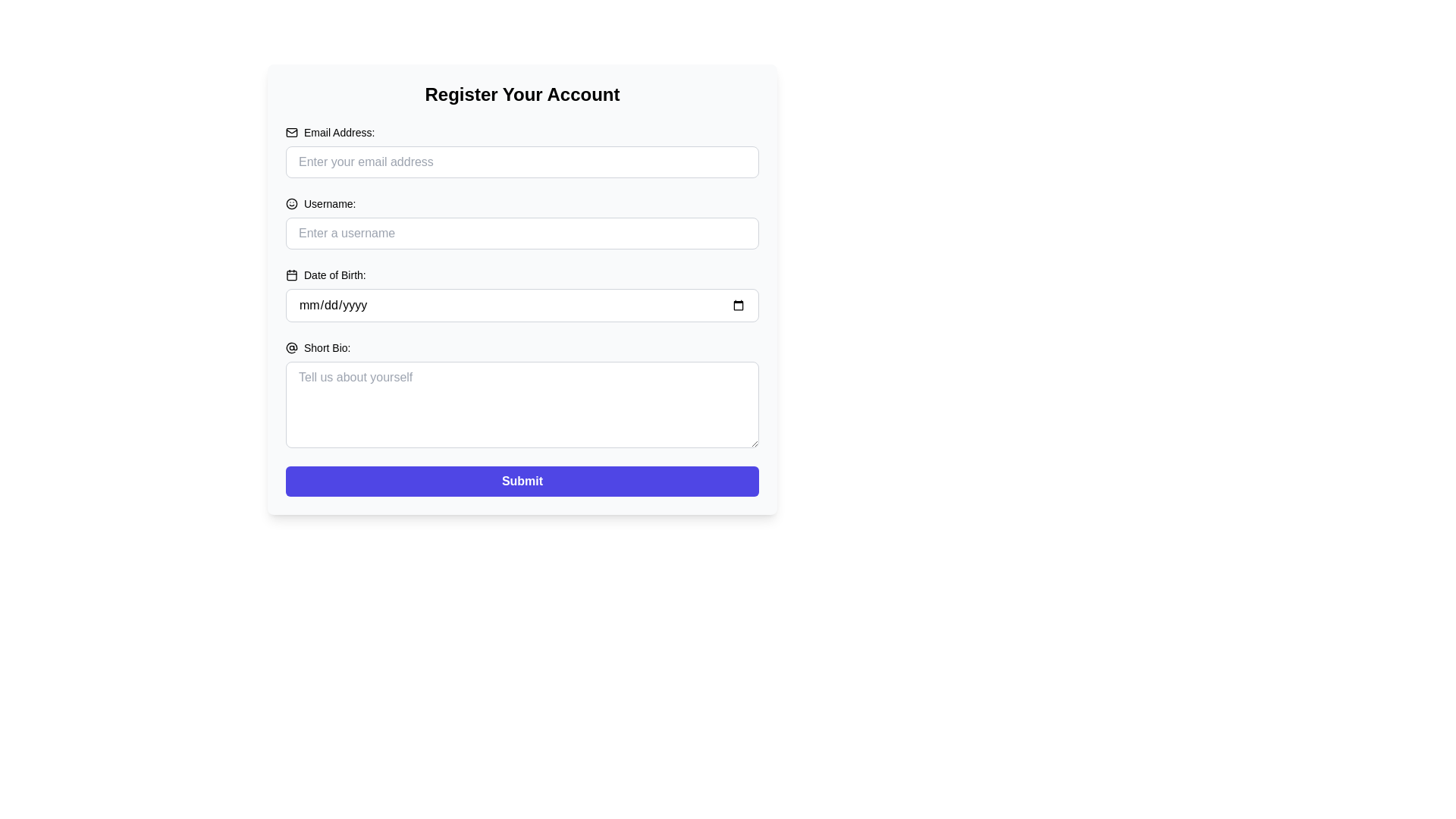 This screenshot has width=1456, height=819. I want to click on the small envelope icon representing email, which is located to the left of the 'Email Address:' label on the registration form, so click(291, 131).